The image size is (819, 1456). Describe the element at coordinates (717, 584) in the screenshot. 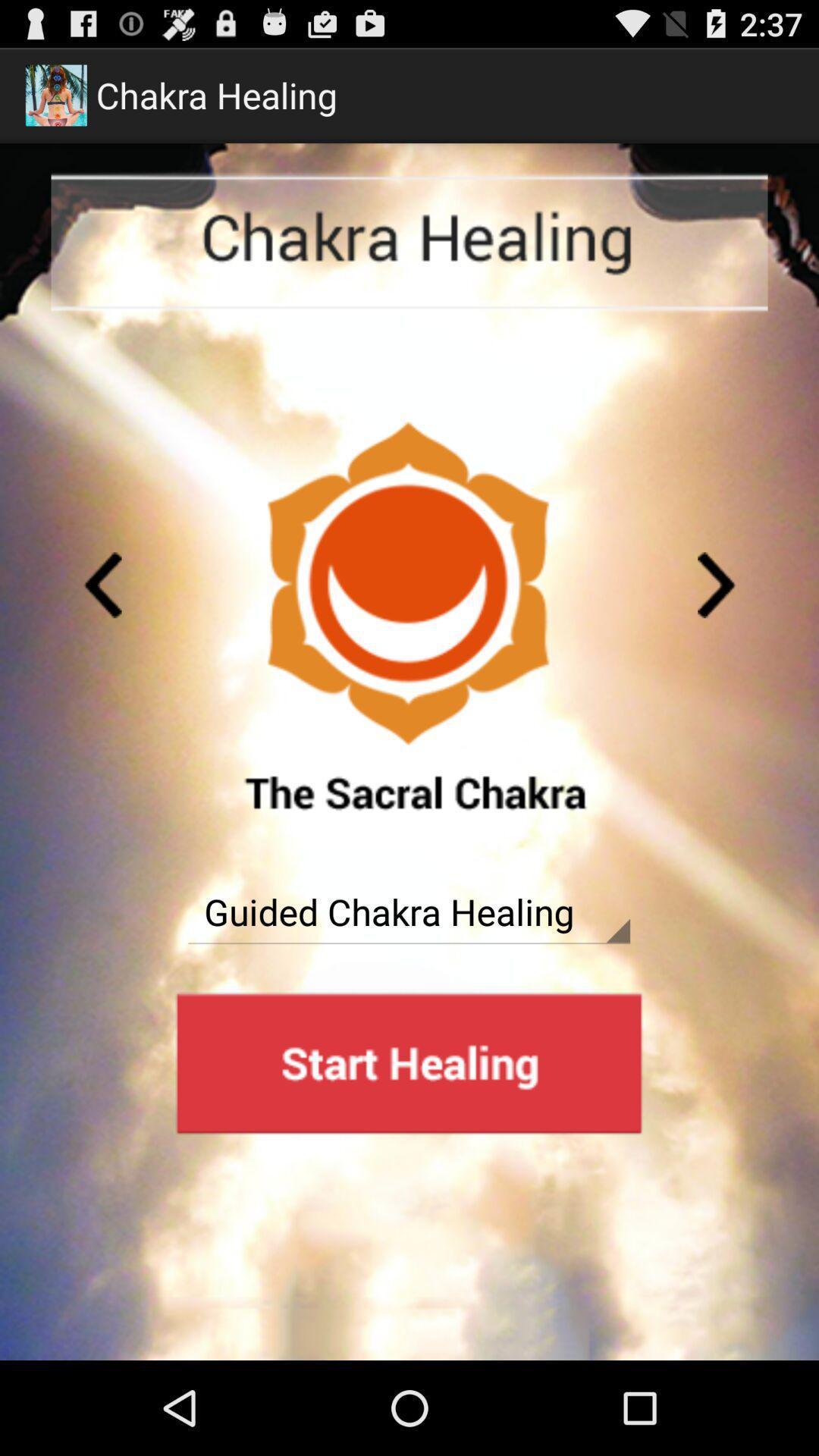

I see `next button` at that location.